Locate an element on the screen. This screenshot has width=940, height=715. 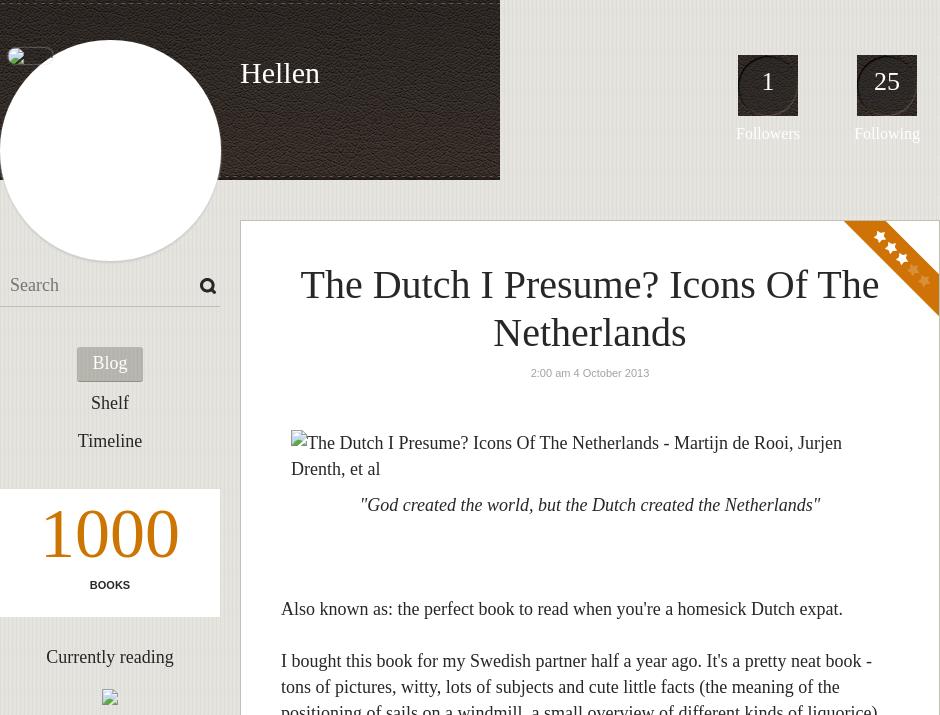
'BOOKS' is located at coordinates (109, 583).